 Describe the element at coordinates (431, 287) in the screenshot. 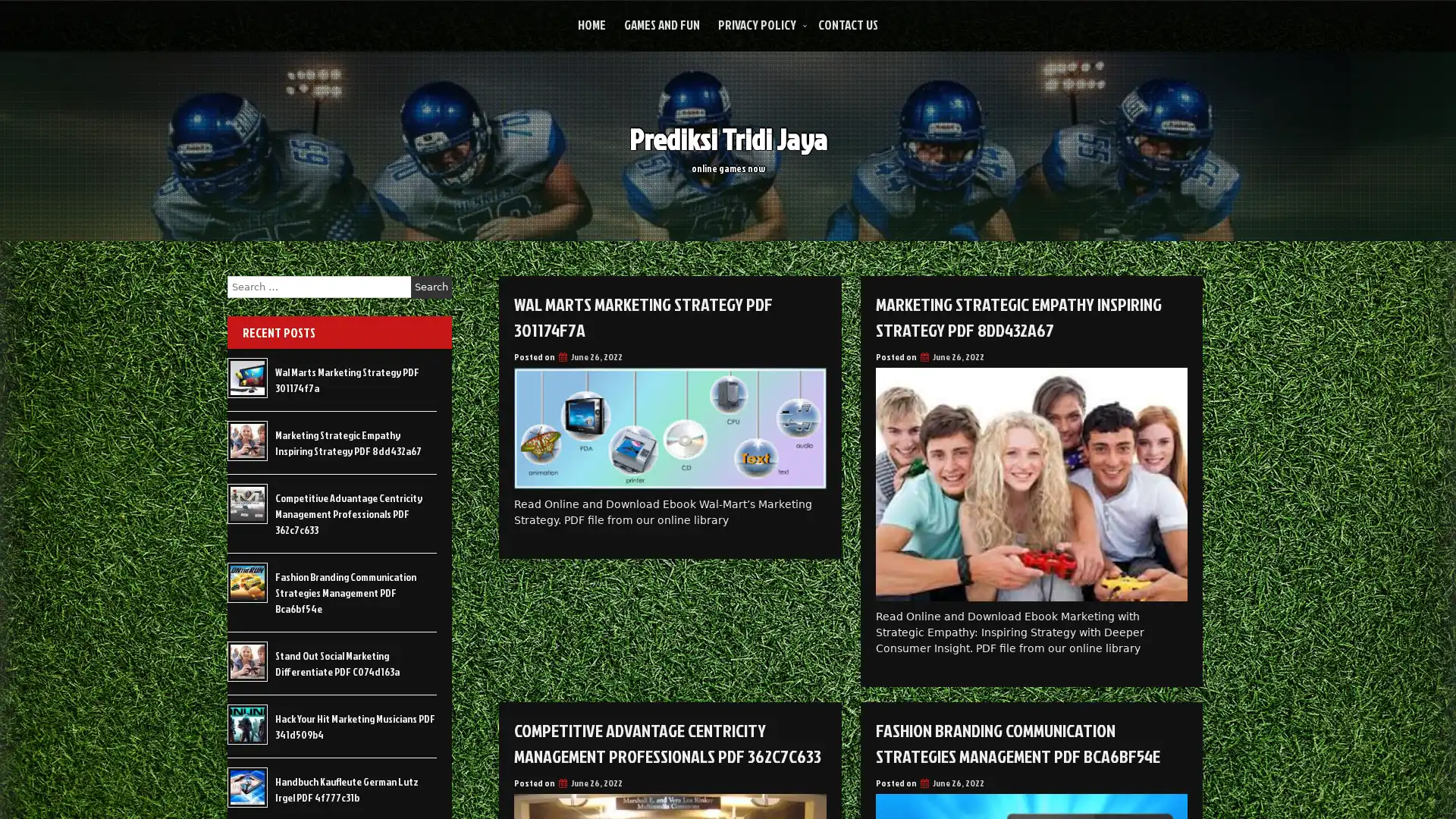

I see `Search` at that location.